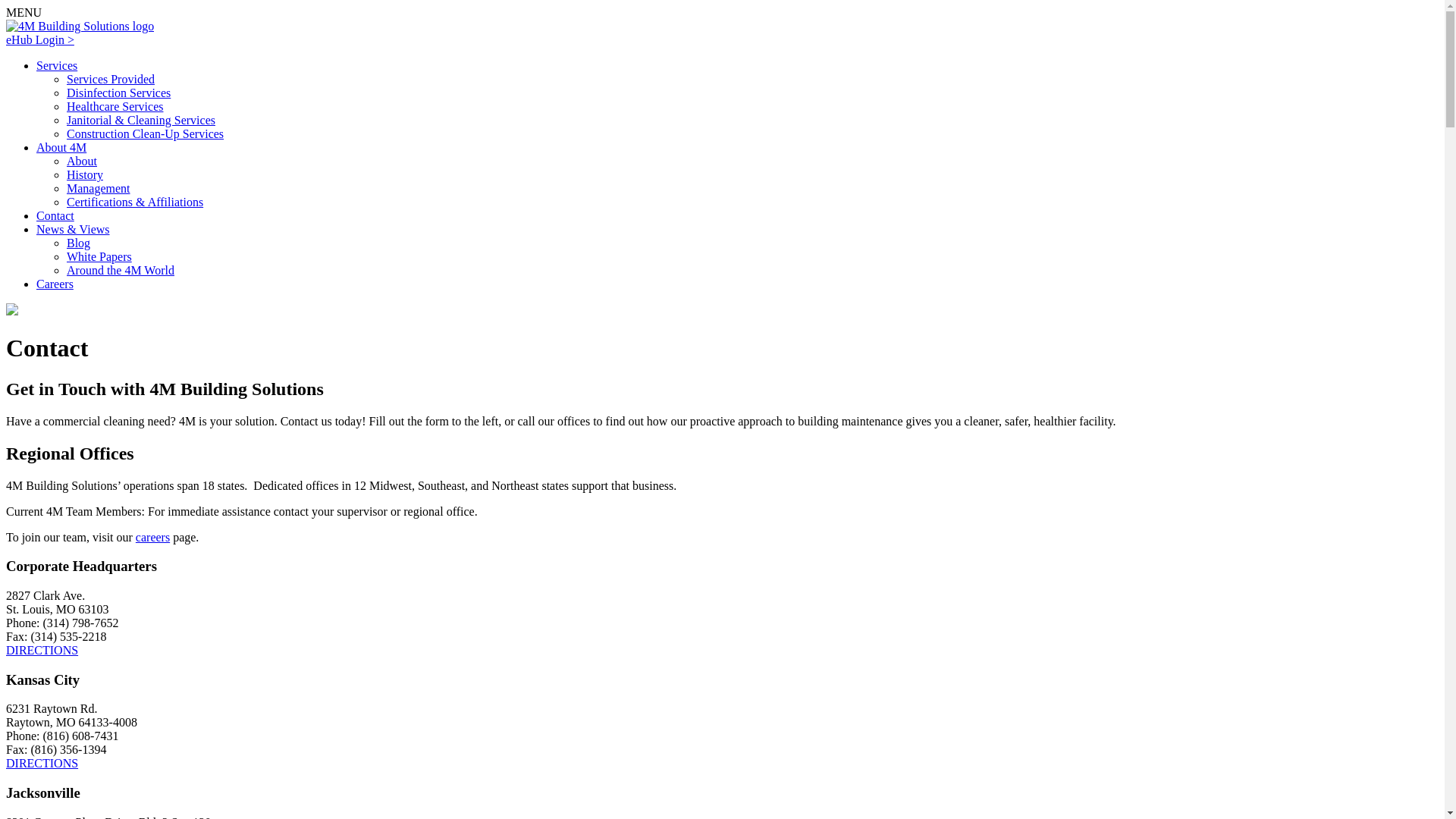  I want to click on 'History', so click(83, 174).